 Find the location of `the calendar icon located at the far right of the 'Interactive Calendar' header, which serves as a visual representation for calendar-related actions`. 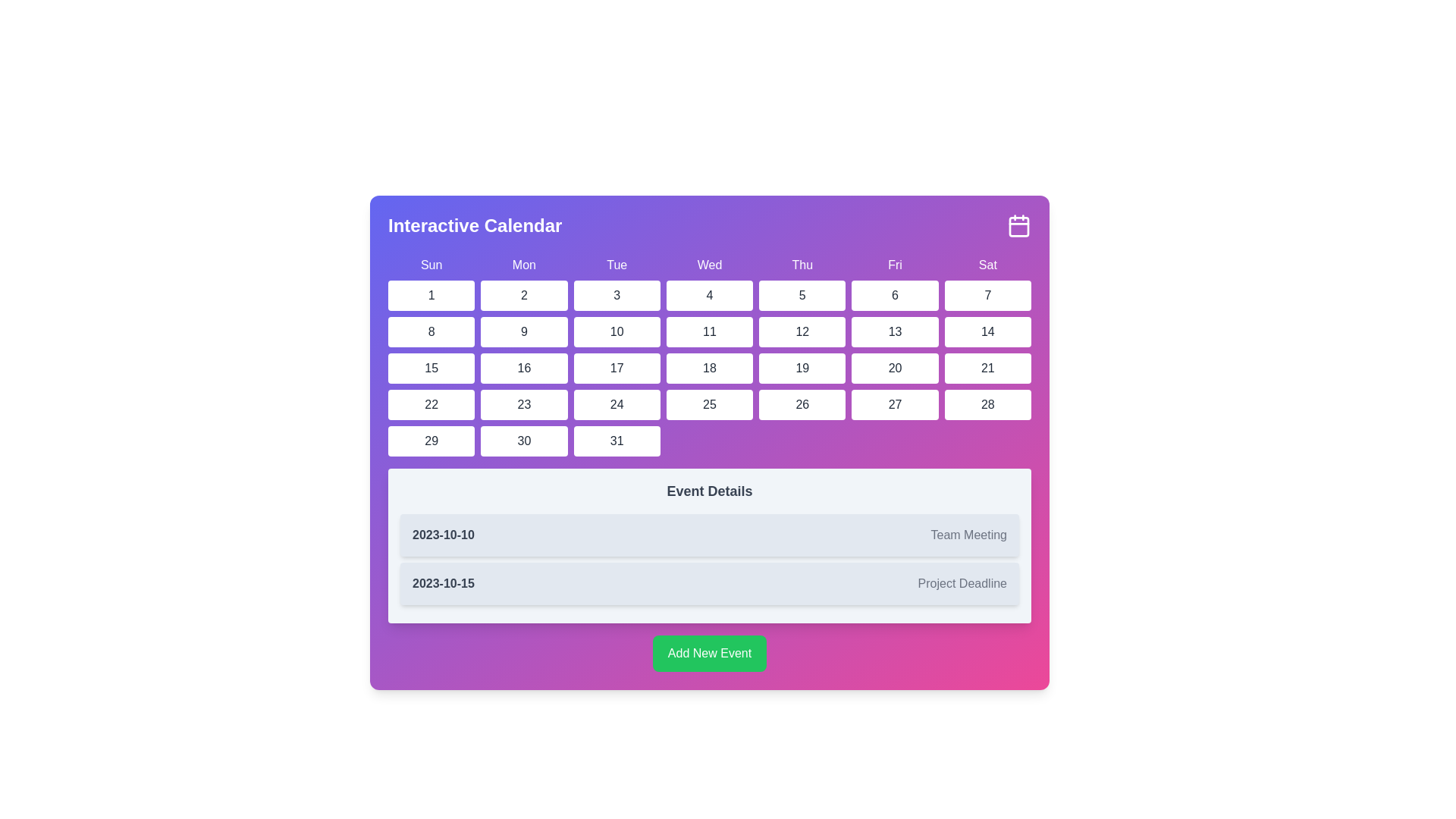

the calendar icon located at the far right of the 'Interactive Calendar' header, which serves as a visual representation for calendar-related actions is located at coordinates (1019, 225).